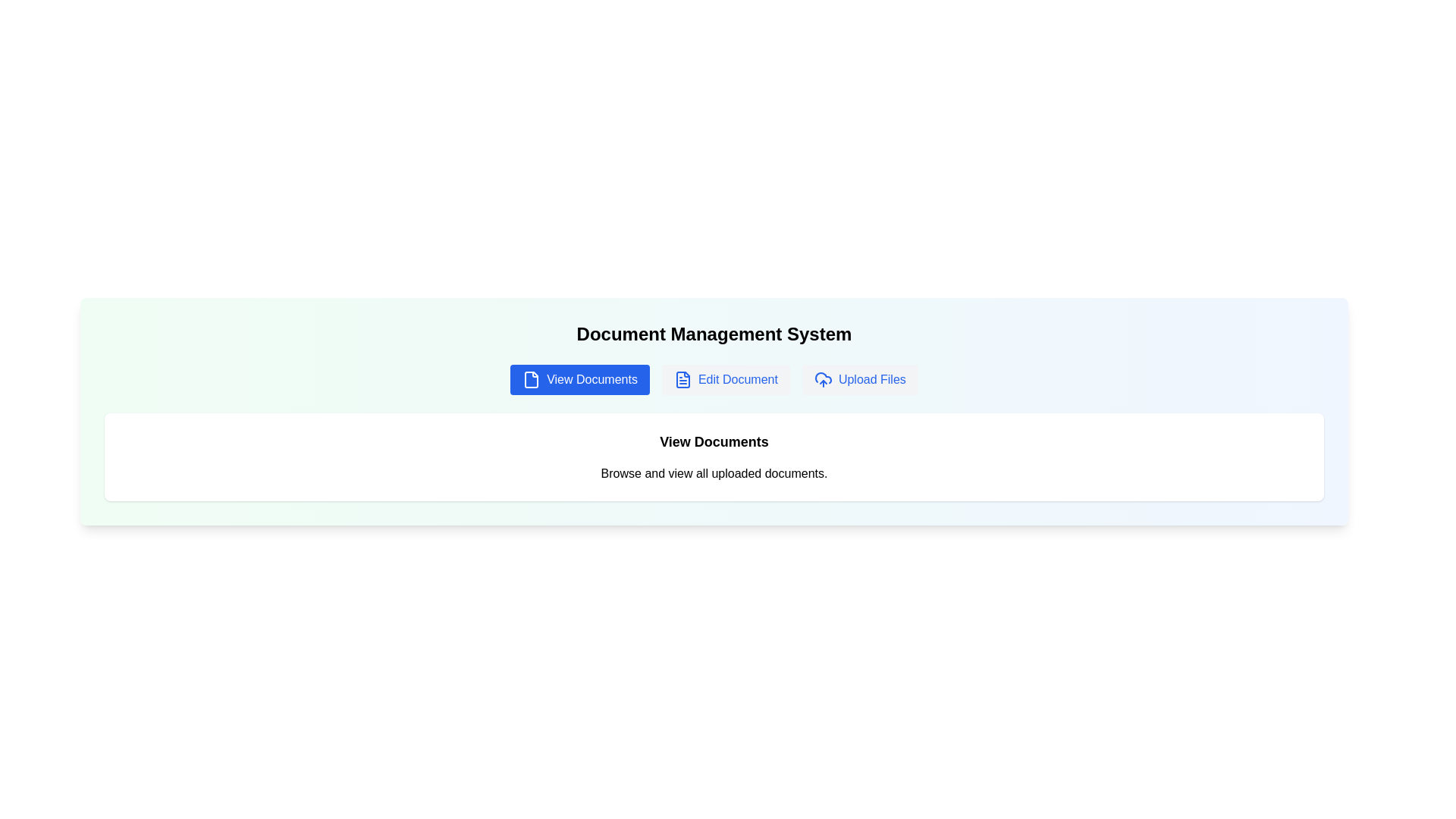 This screenshot has height=819, width=1456. What do you see at coordinates (860, 379) in the screenshot?
I see `the Upload Files tab to interact with it` at bounding box center [860, 379].